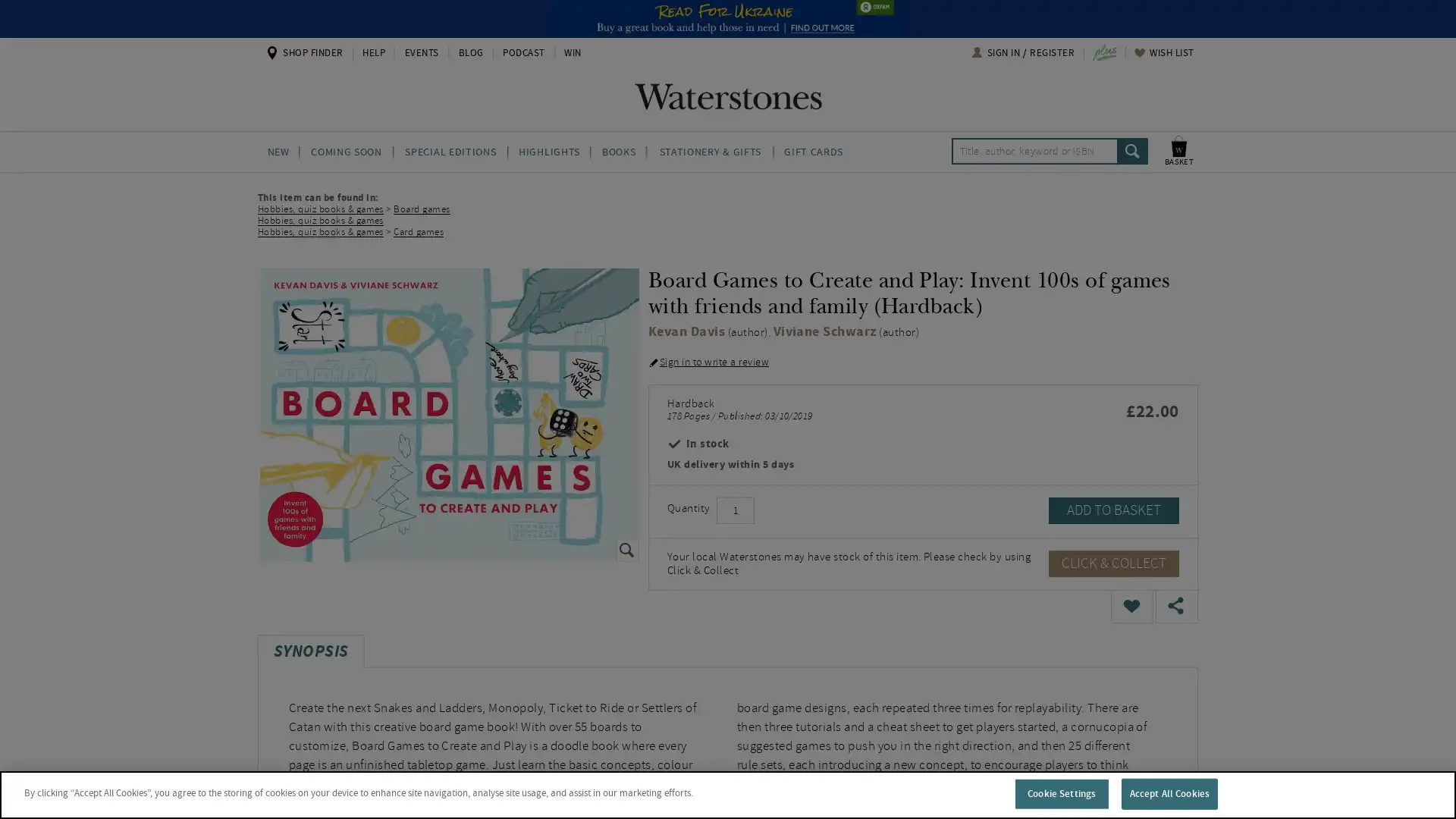 This screenshot has width=1456, height=819. Describe the element at coordinates (1168, 792) in the screenshot. I see `Accept All Cookies` at that location.